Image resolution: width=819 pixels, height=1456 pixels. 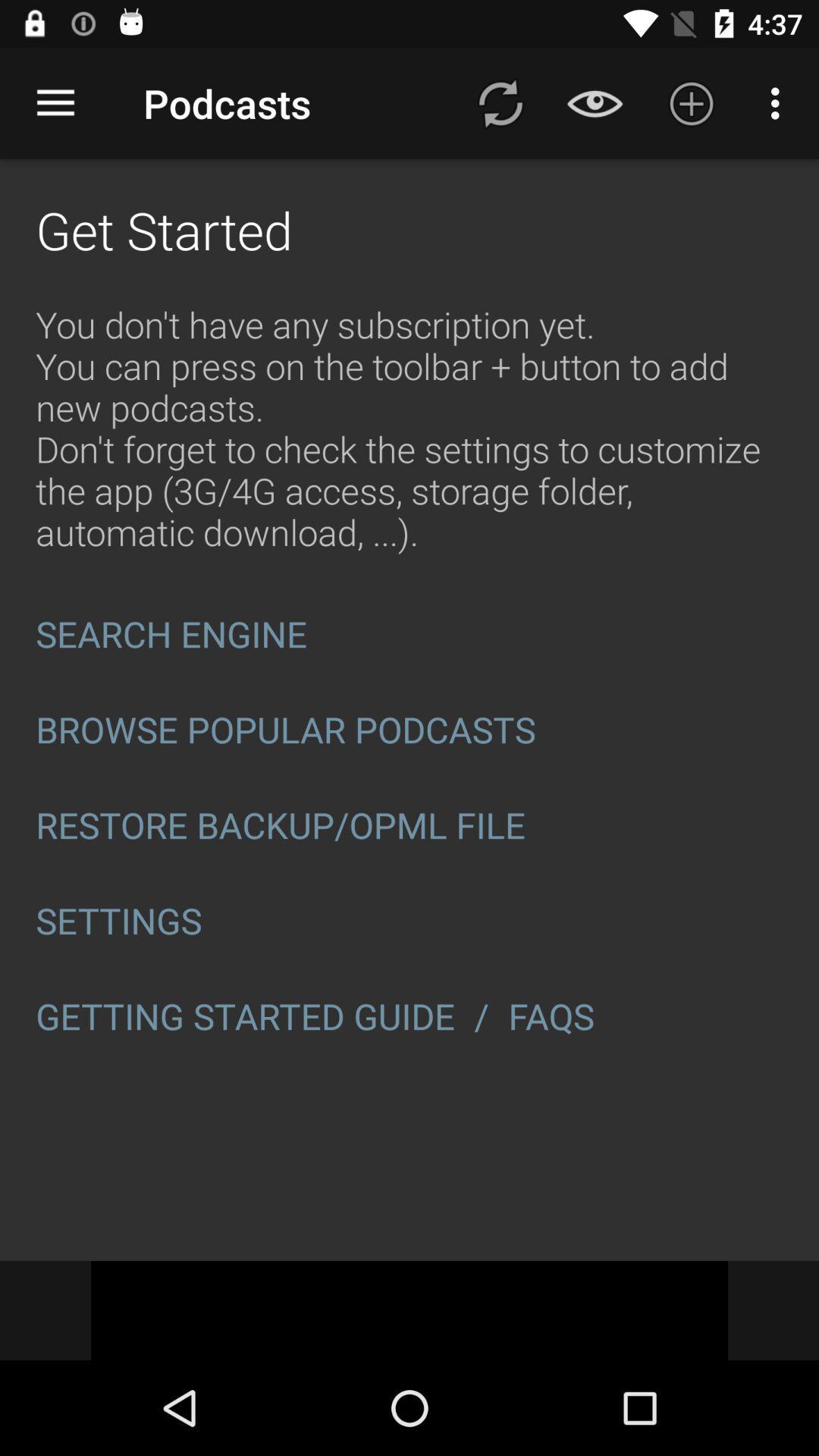 I want to click on faqs, so click(x=556, y=1016).